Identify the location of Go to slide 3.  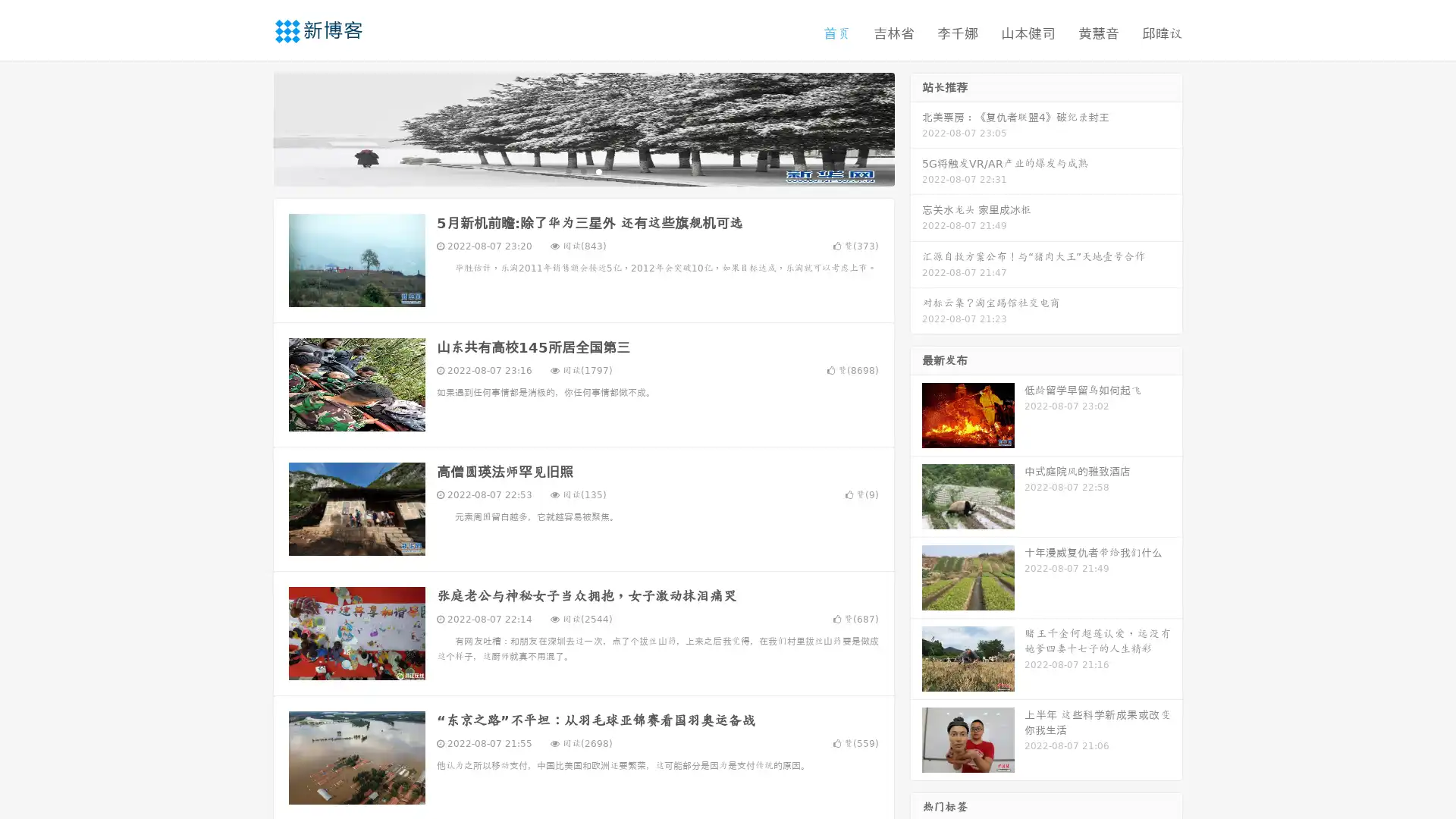
(598, 171).